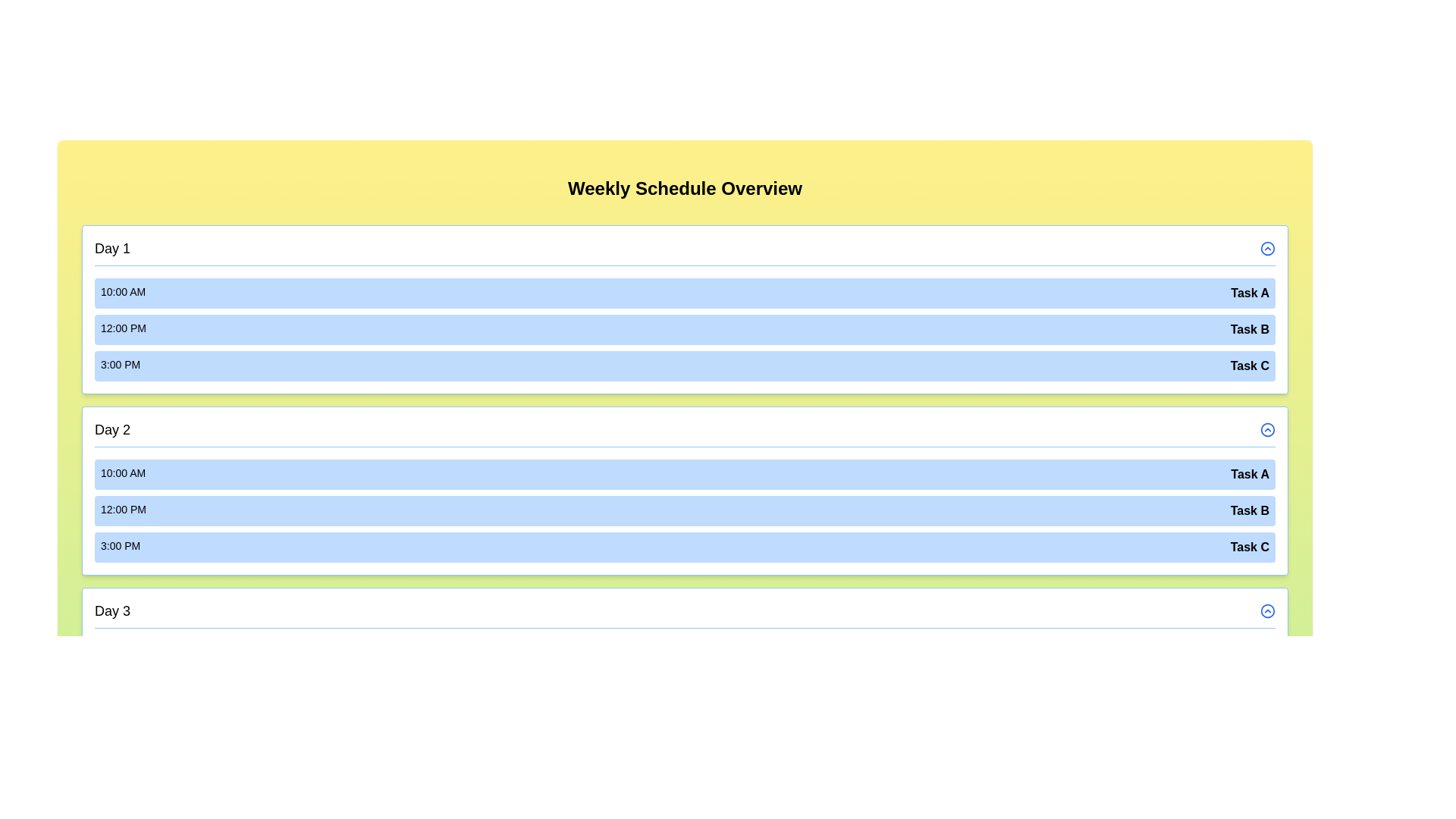 Image resolution: width=1456 pixels, height=819 pixels. What do you see at coordinates (684, 188) in the screenshot?
I see `the title 'Weekly Schedule Overview' to focus or interact with it` at bounding box center [684, 188].